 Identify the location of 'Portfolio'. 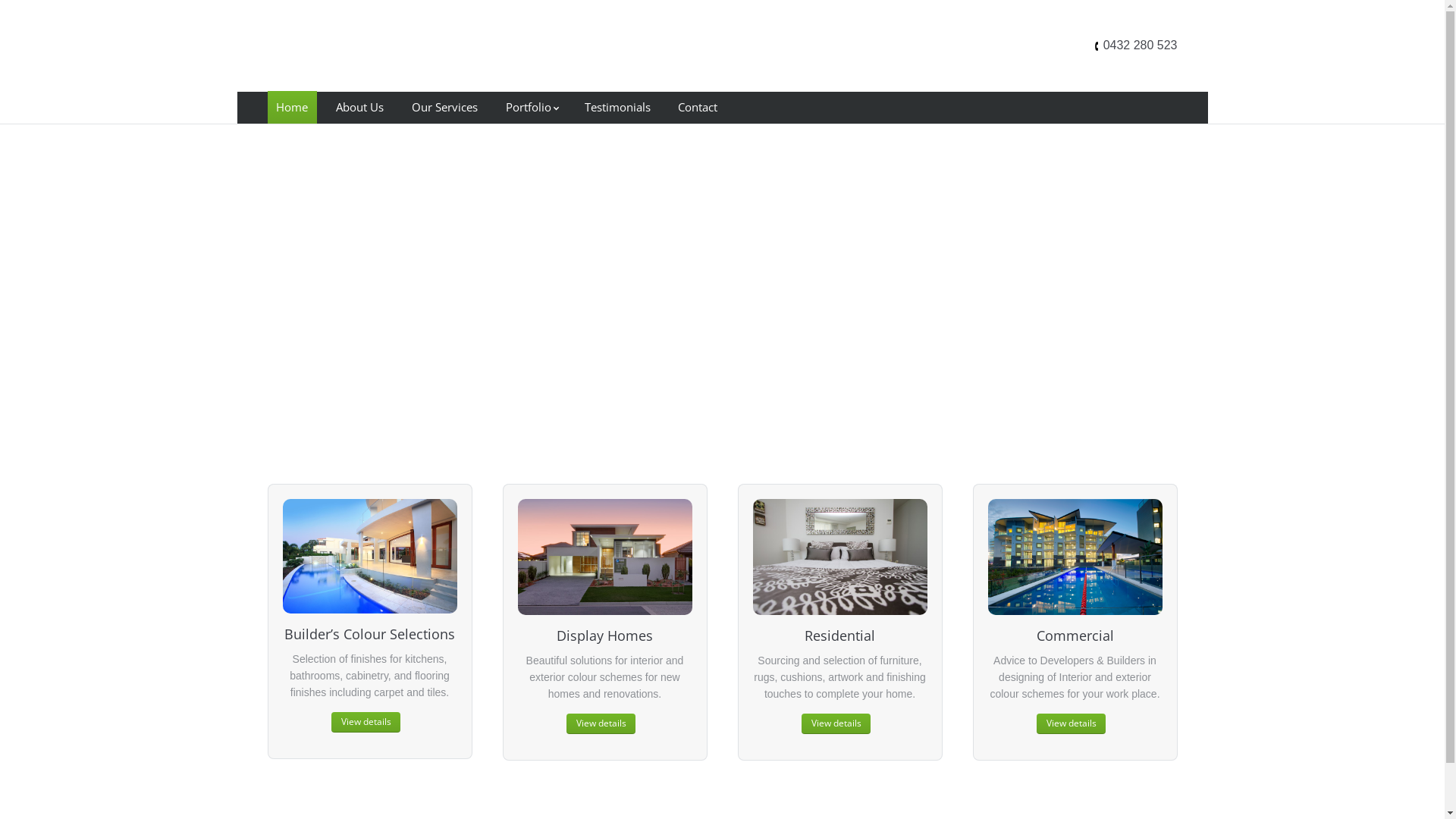
(531, 106).